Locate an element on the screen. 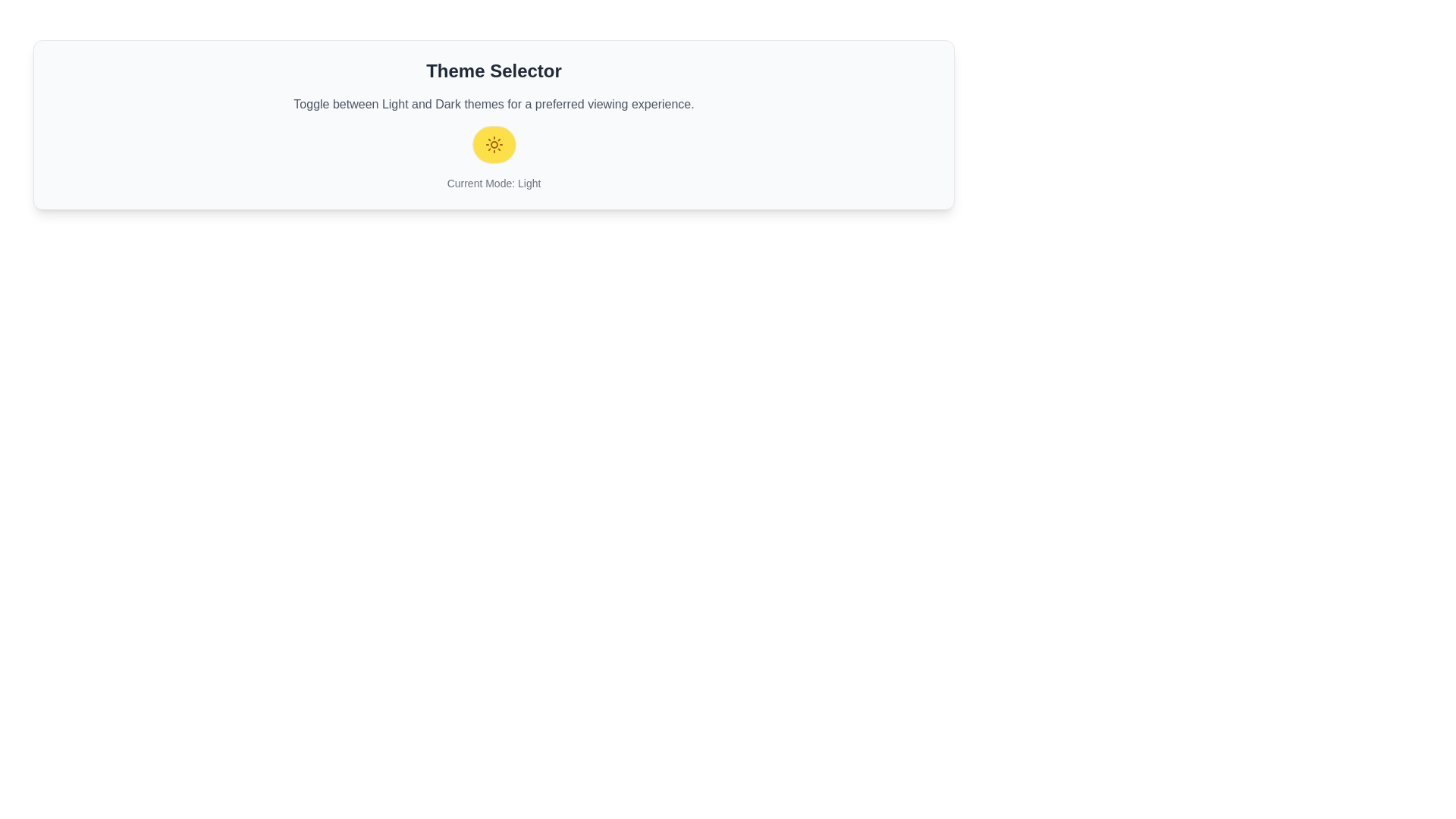 The image size is (1456, 819). the 'Light Mode' icon in the theme selector interface, which represents daylight and is centrally positioned in the card labeled 'Theme Selector' is located at coordinates (494, 145).